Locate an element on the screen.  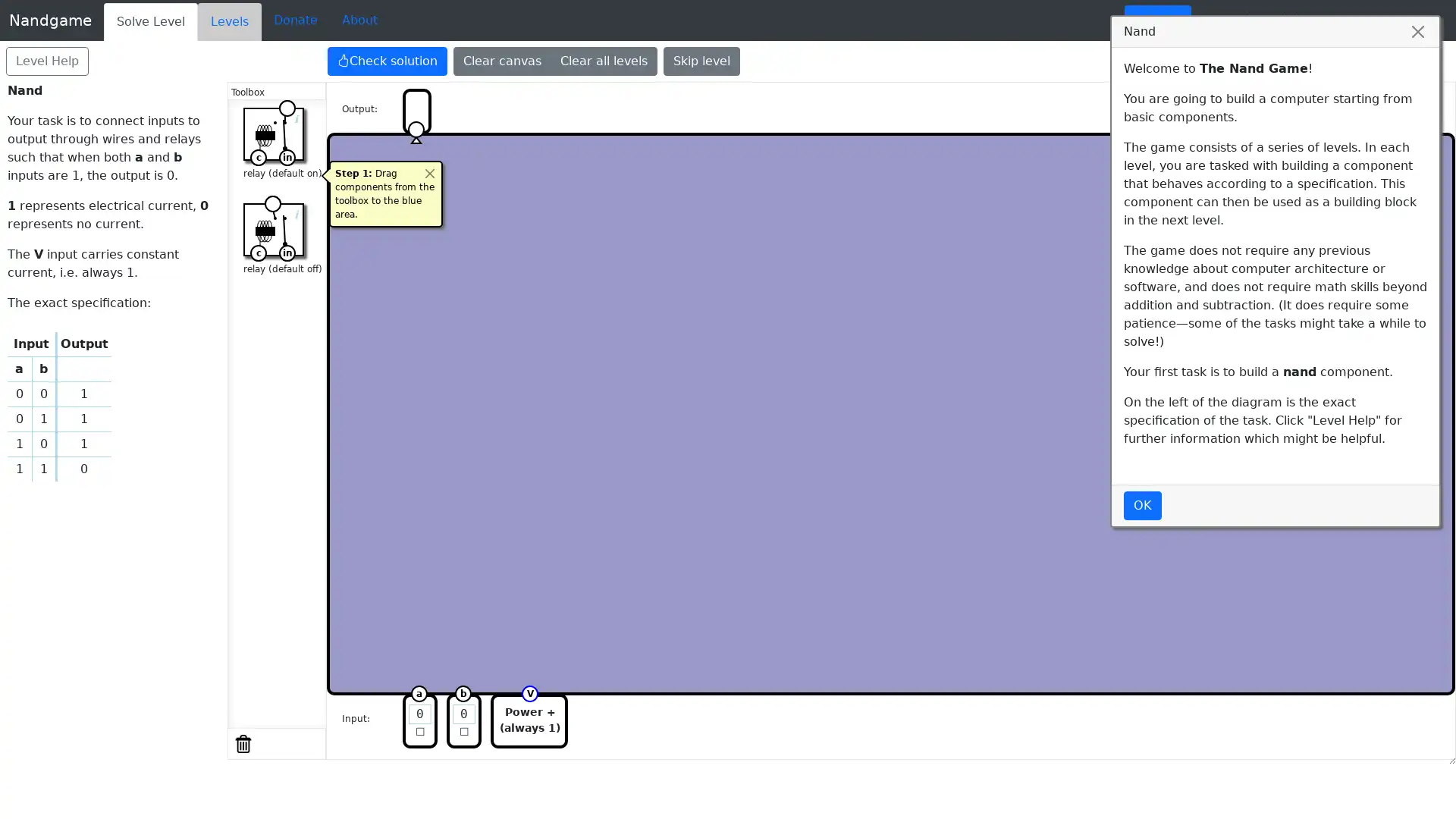
OK is located at coordinates (1143, 506).